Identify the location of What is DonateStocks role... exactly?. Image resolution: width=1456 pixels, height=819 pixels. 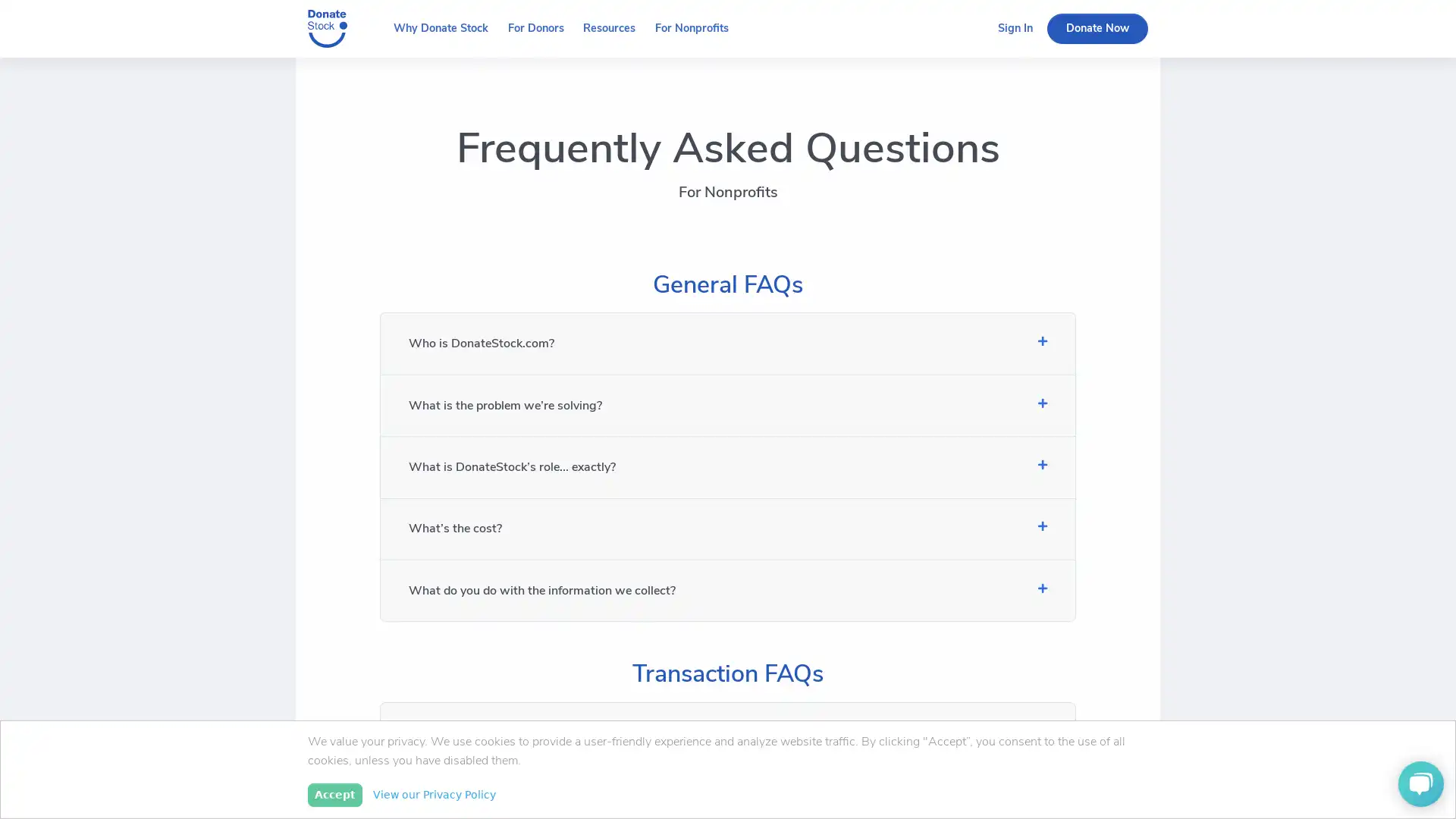
(726, 466).